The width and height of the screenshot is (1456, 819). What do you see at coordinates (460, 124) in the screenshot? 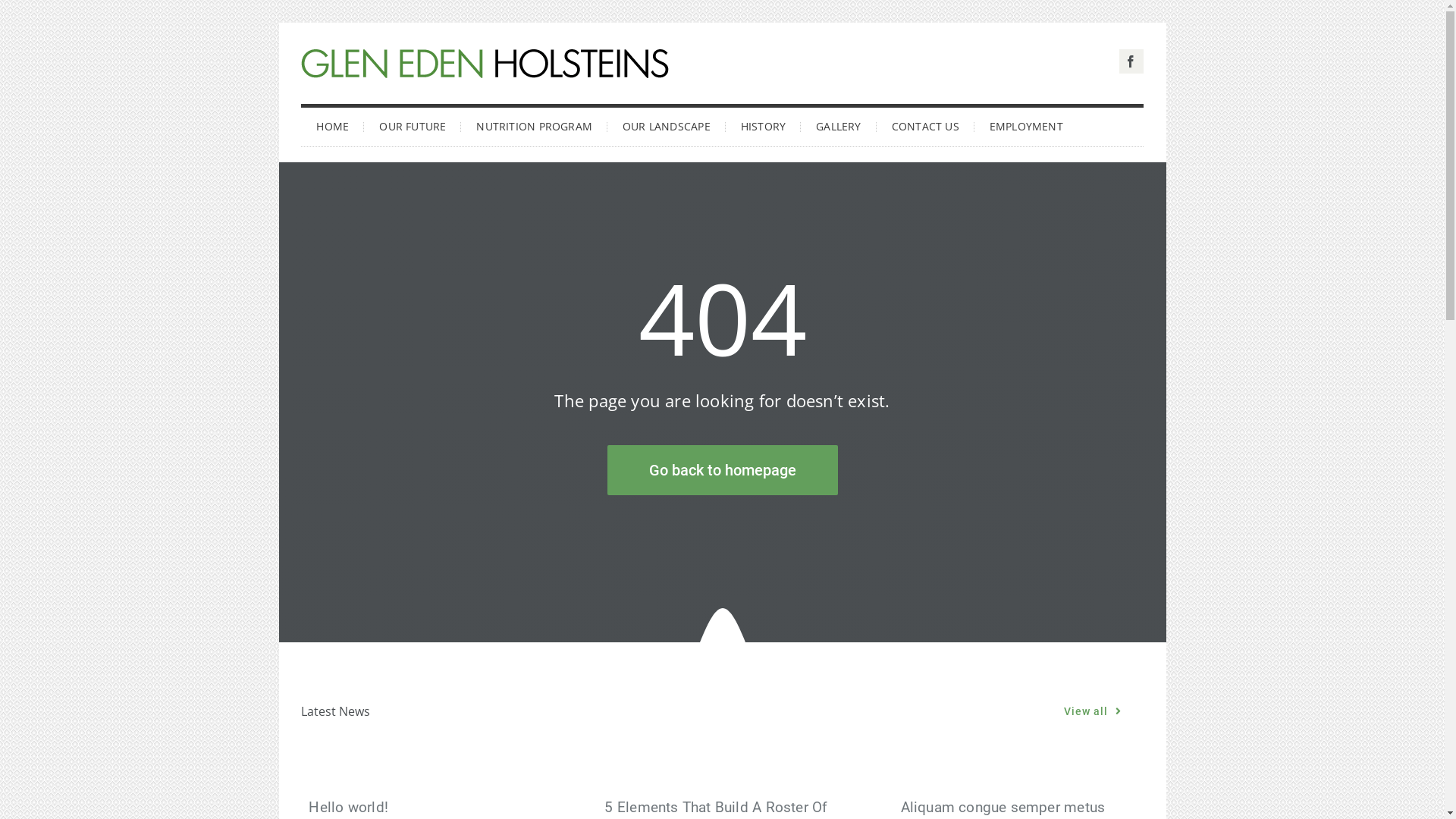
I see `'NUTRITION PROGRAM'` at bounding box center [460, 124].